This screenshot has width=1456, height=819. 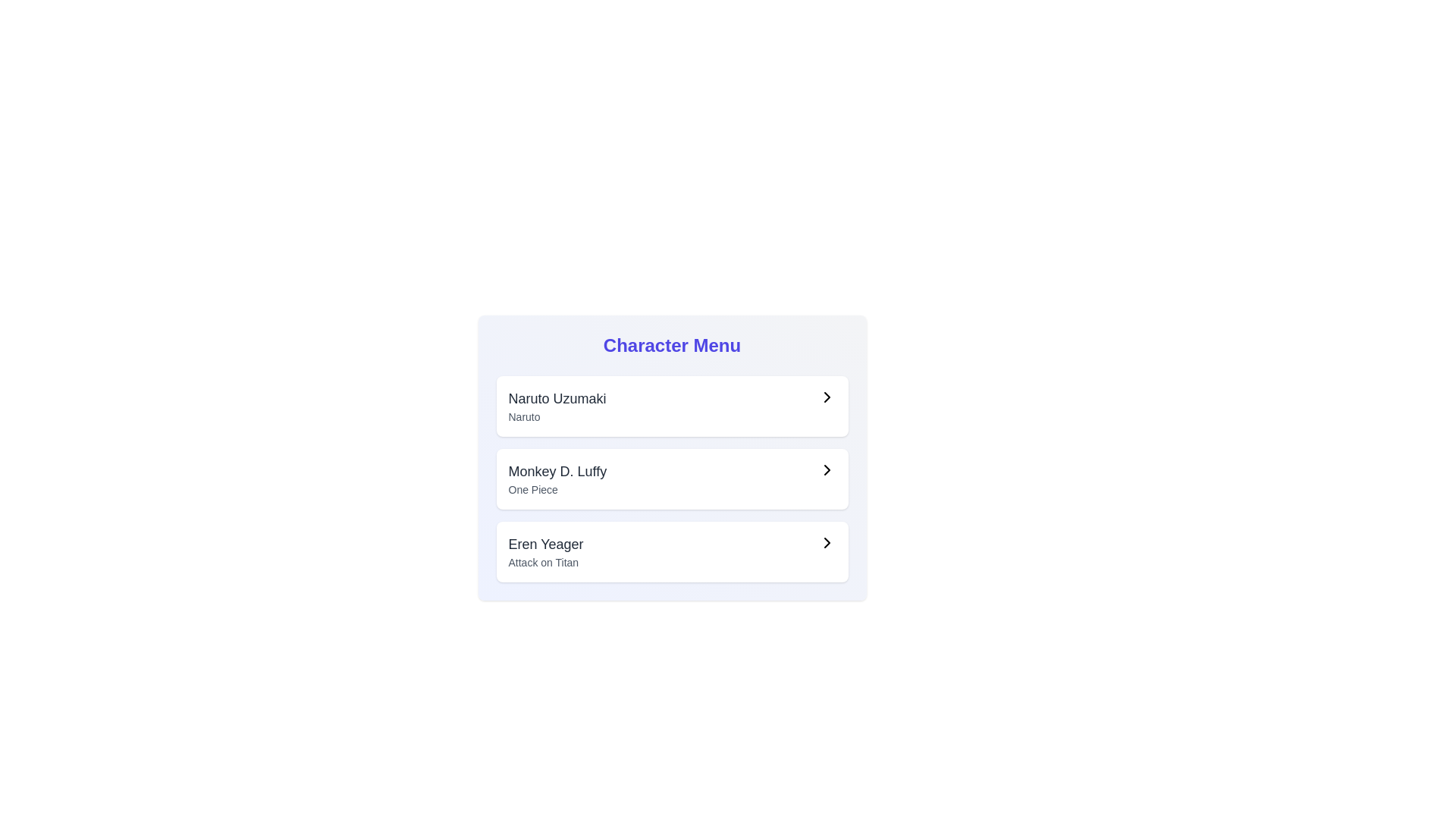 What do you see at coordinates (546, 552) in the screenshot?
I see `the 'Eren Yeager' text in the Character Menu` at bounding box center [546, 552].